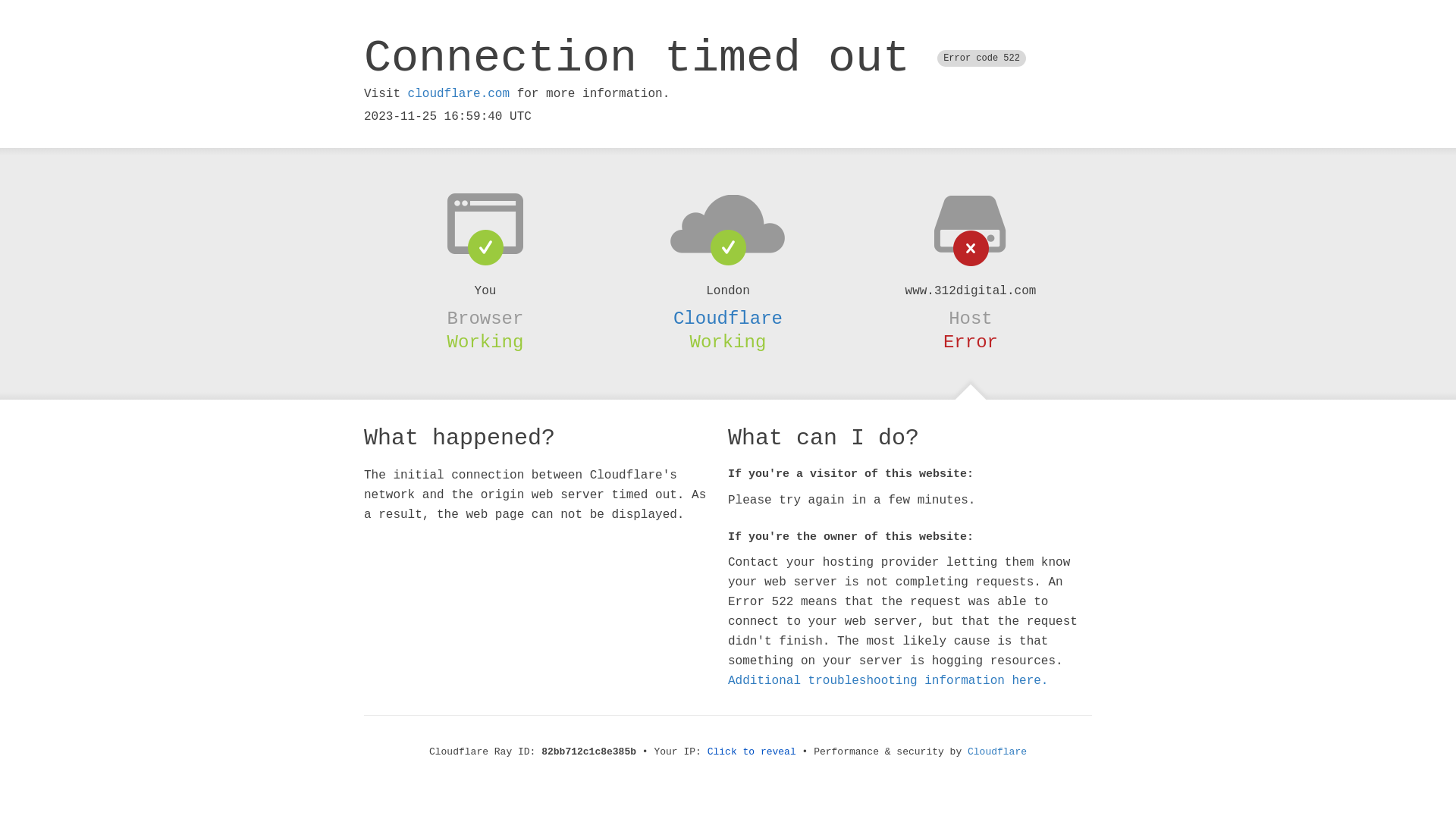 The width and height of the screenshot is (1456, 819). What do you see at coordinates (706, 752) in the screenshot?
I see `'Click to reveal'` at bounding box center [706, 752].